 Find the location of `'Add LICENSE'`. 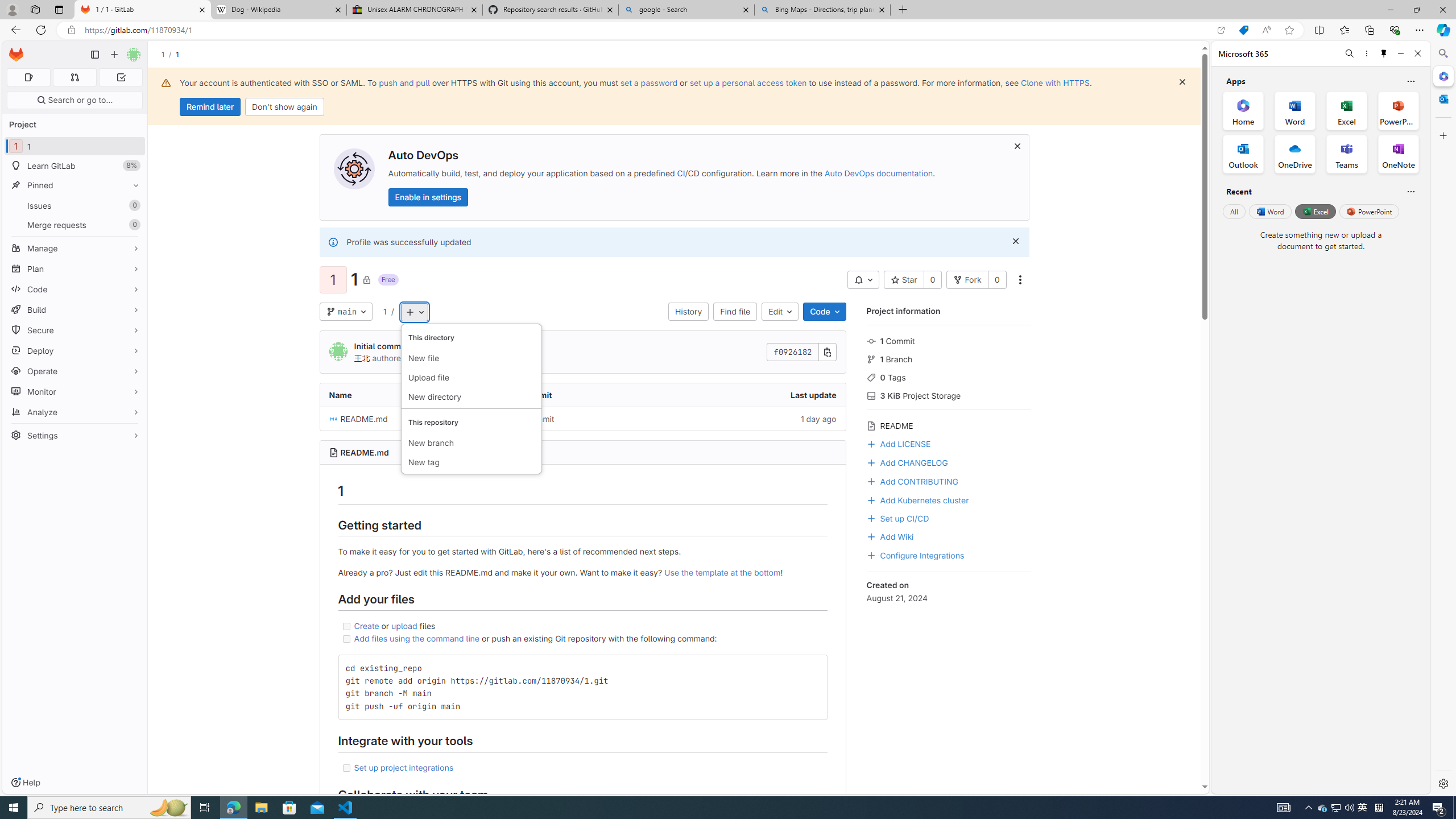

'Add LICENSE' is located at coordinates (897, 442).